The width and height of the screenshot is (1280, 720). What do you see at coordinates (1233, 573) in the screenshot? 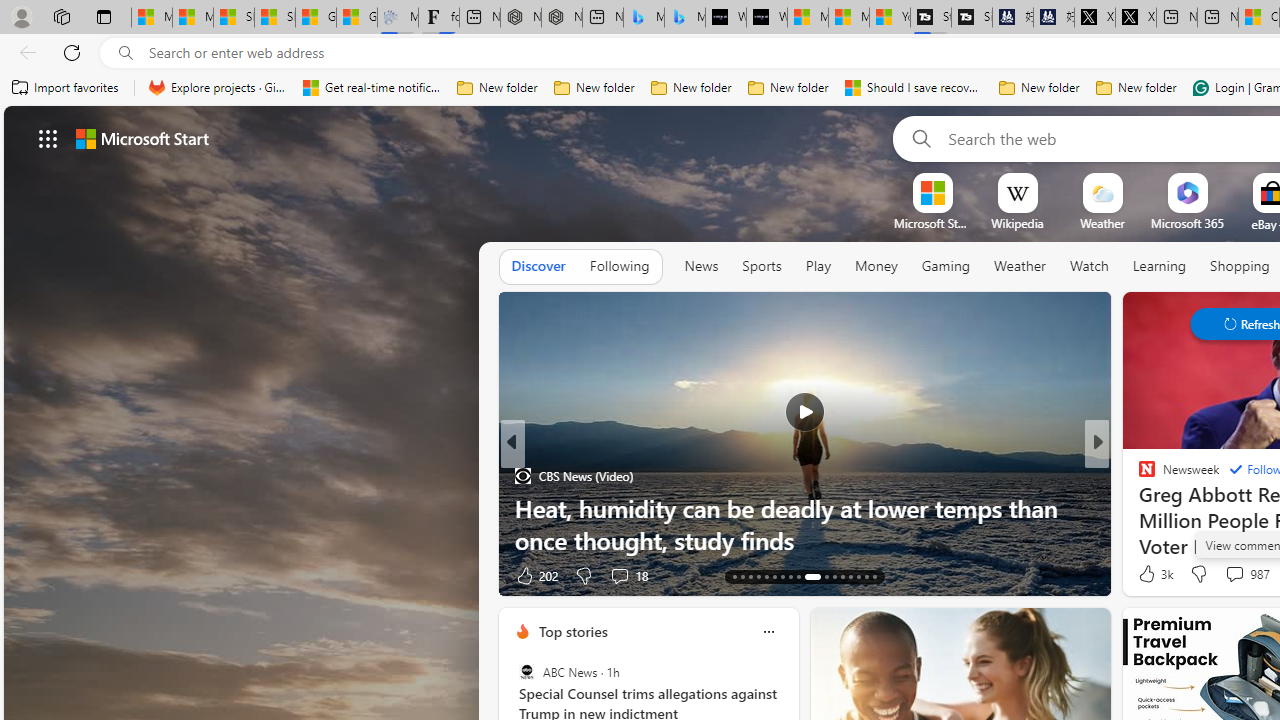
I see `'View comments 987 Comment'` at bounding box center [1233, 573].